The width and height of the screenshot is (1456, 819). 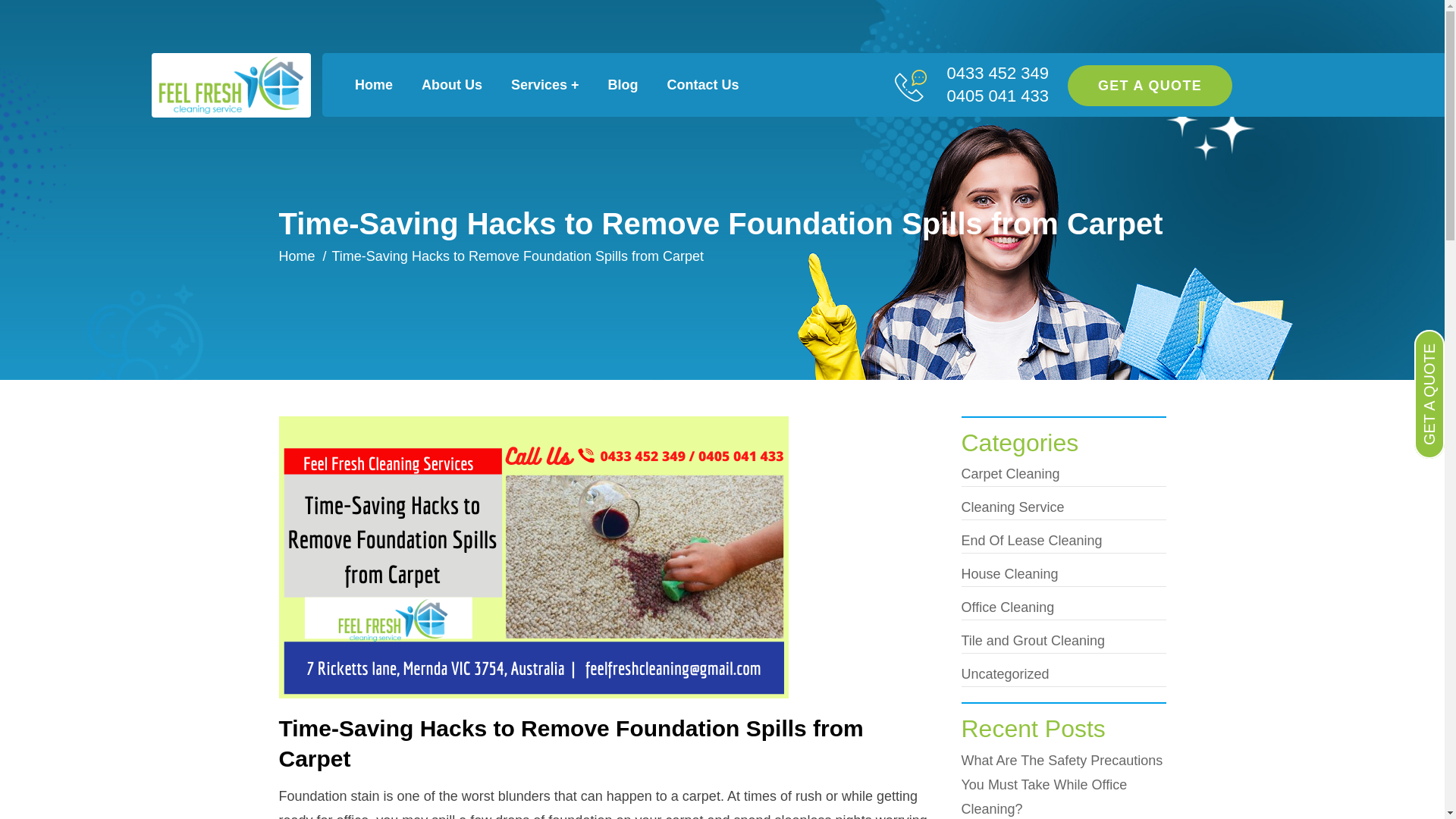 I want to click on 'House Cleaning', so click(x=1062, y=574).